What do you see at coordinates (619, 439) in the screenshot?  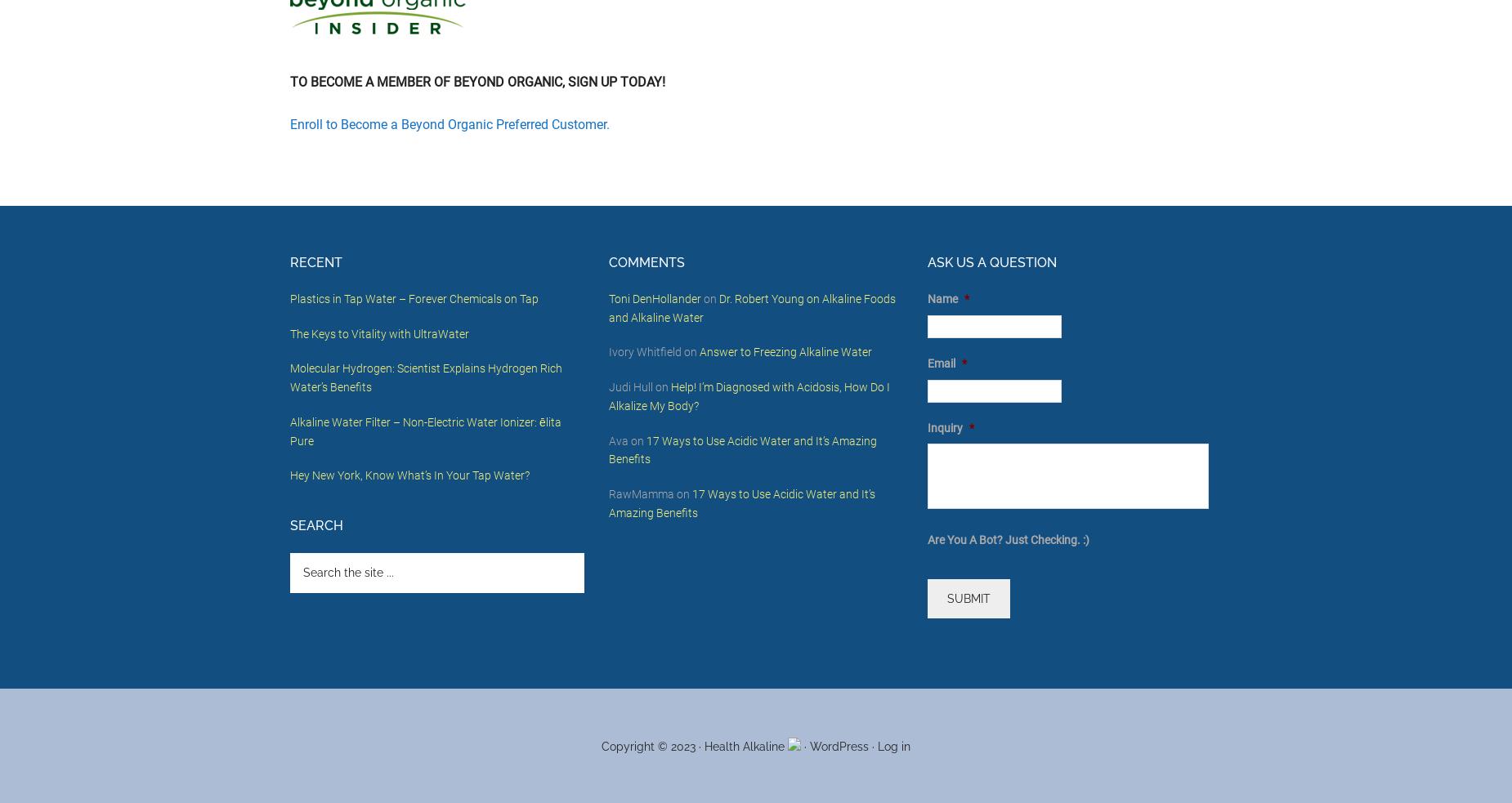 I see `'Ava'` at bounding box center [619, 439].